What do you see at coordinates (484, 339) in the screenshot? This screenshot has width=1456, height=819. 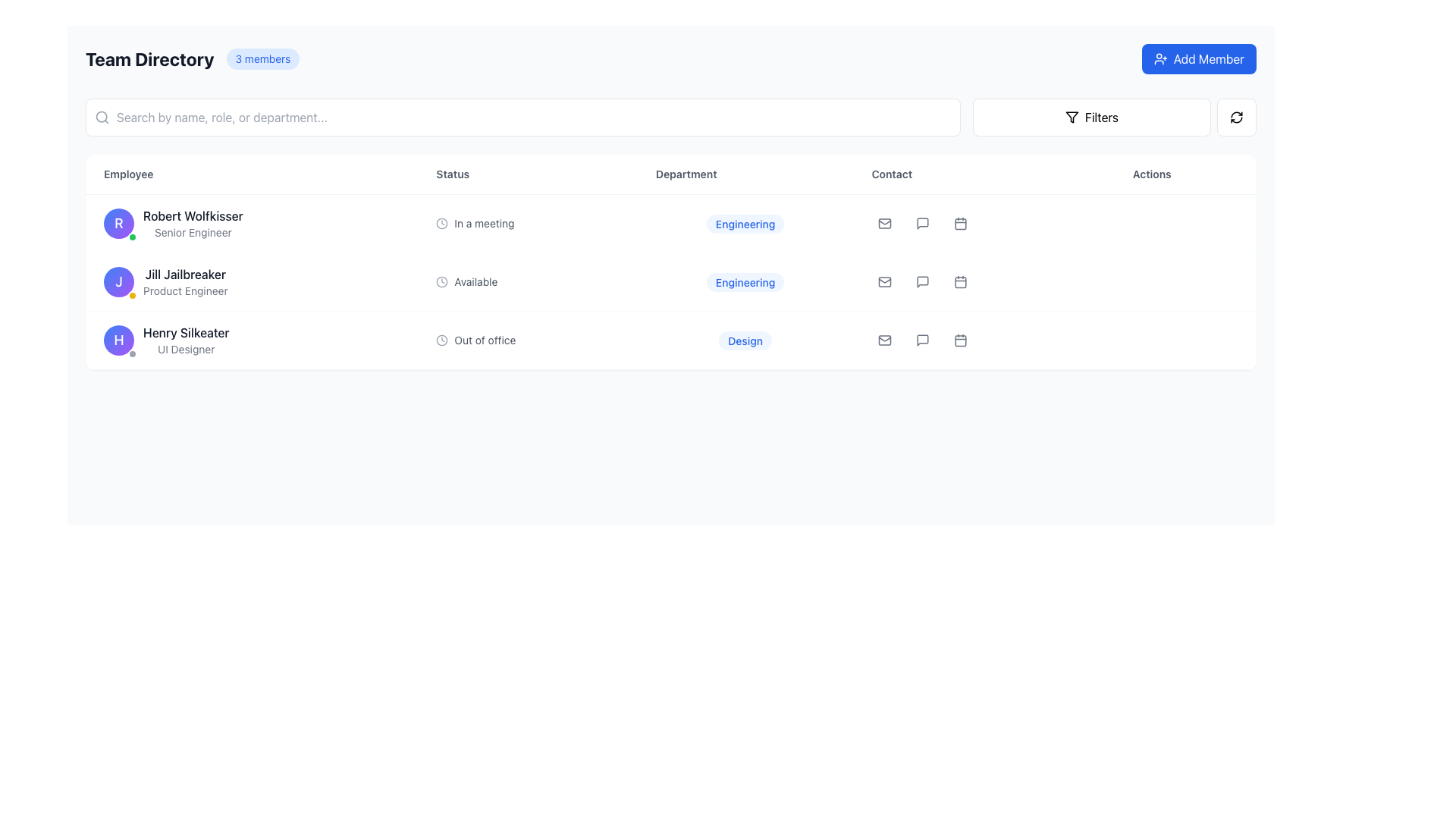 I see `the text label reading 'Out of office' which is styled with a small font size and gray color, located in the third row of the 'Status' column in a tabular layout` at bounding box center [484, 339].